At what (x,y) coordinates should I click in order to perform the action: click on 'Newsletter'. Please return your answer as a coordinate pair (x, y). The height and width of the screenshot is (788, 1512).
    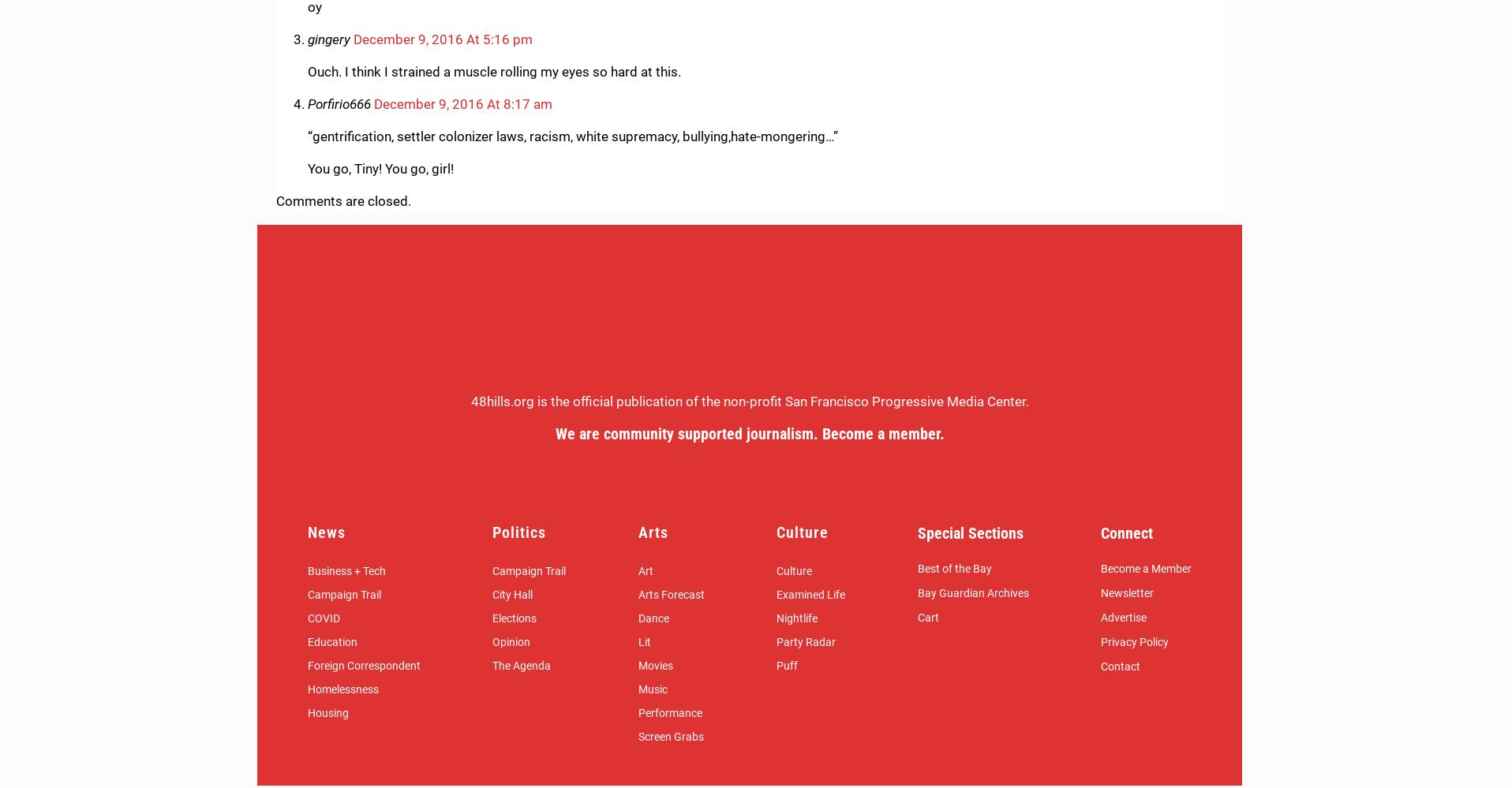
    Looking at the image, I should click on (1100, 592).